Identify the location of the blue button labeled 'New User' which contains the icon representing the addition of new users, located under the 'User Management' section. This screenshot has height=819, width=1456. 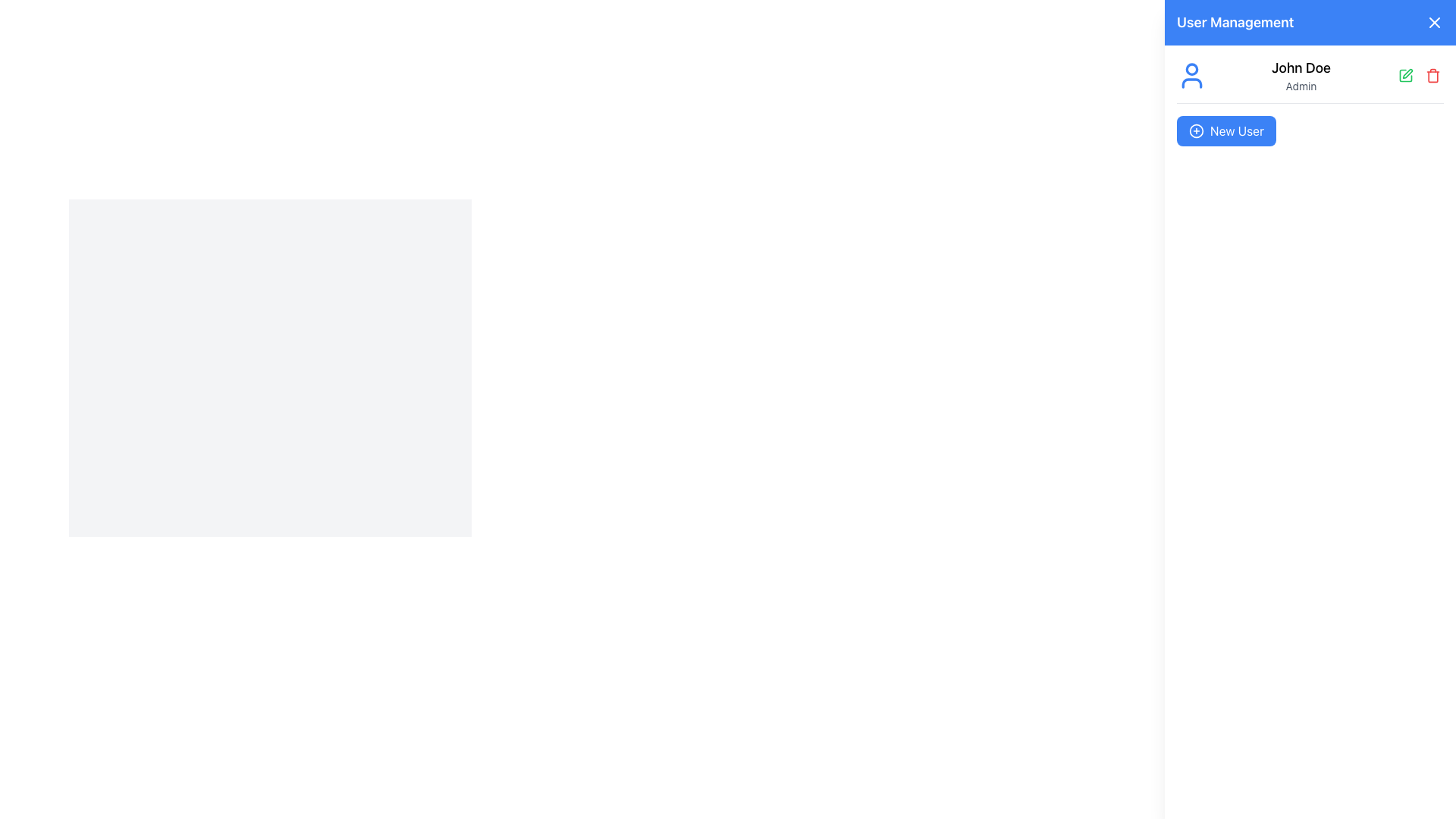
(1196, 130).